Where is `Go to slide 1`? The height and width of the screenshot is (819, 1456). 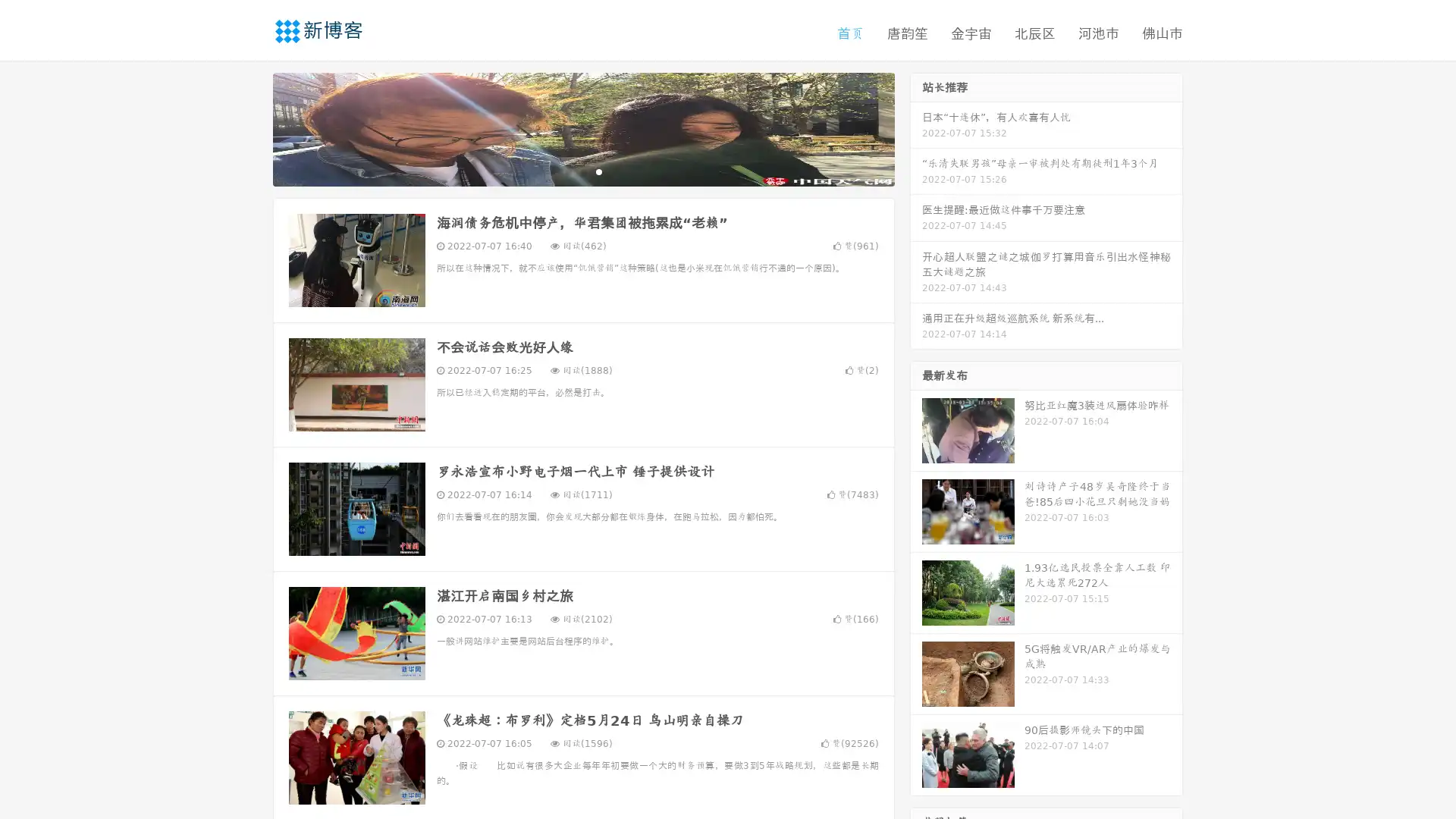 Go to slide 1 is located at coordinates (567, 171).